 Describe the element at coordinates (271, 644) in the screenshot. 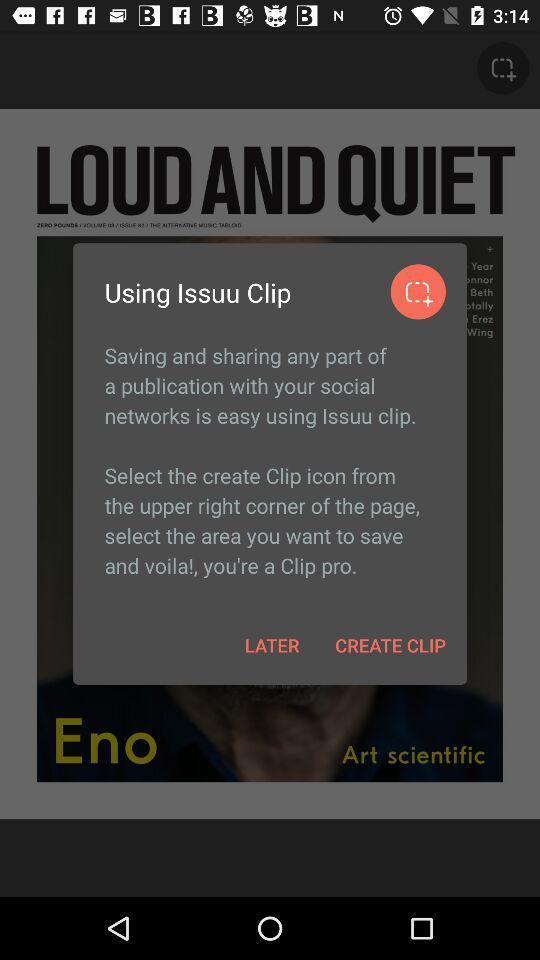

I see `the item next to create clip item` at that location.